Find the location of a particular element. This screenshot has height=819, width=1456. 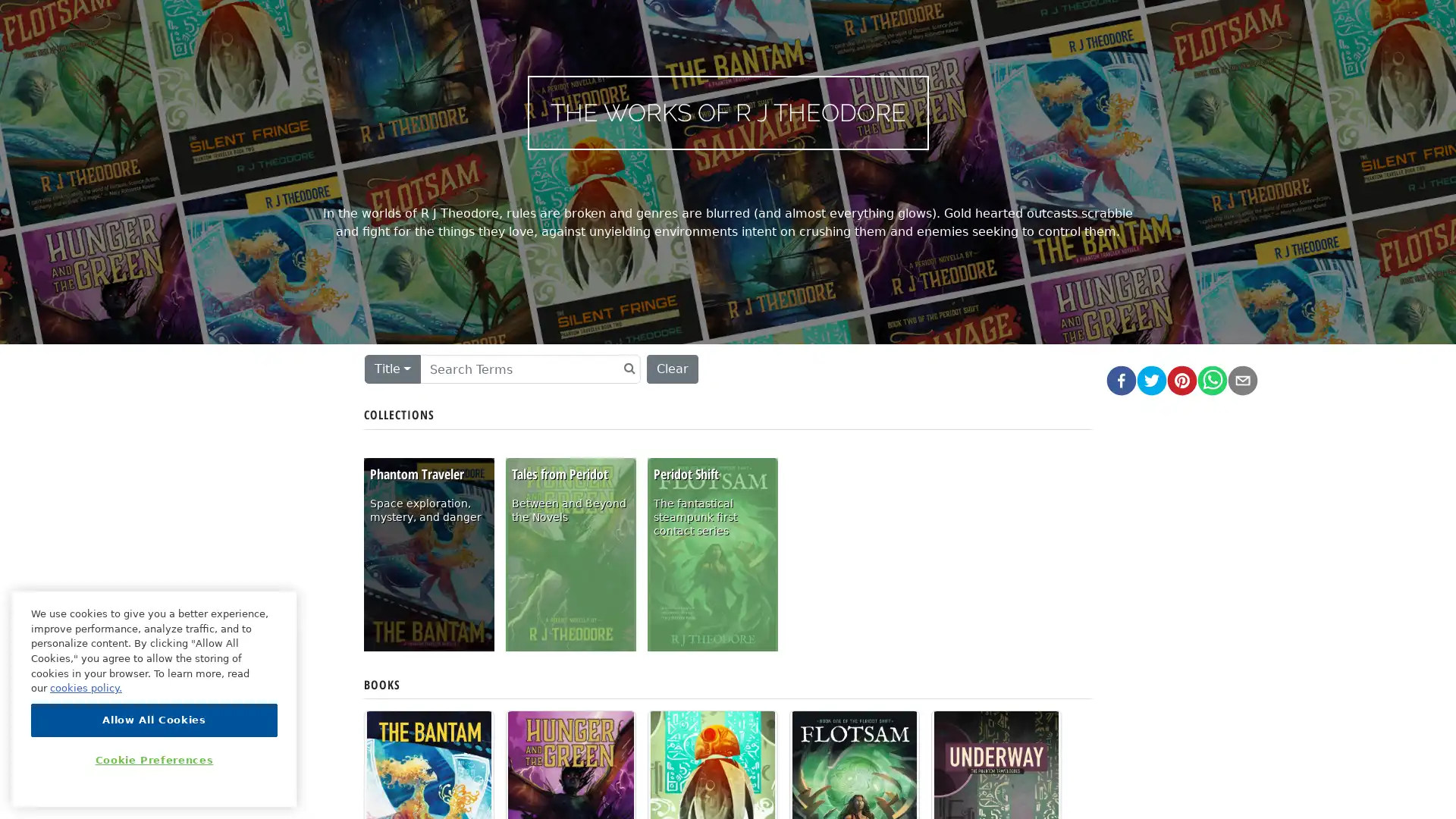

pinterest is located at coordinates (1181, 378).